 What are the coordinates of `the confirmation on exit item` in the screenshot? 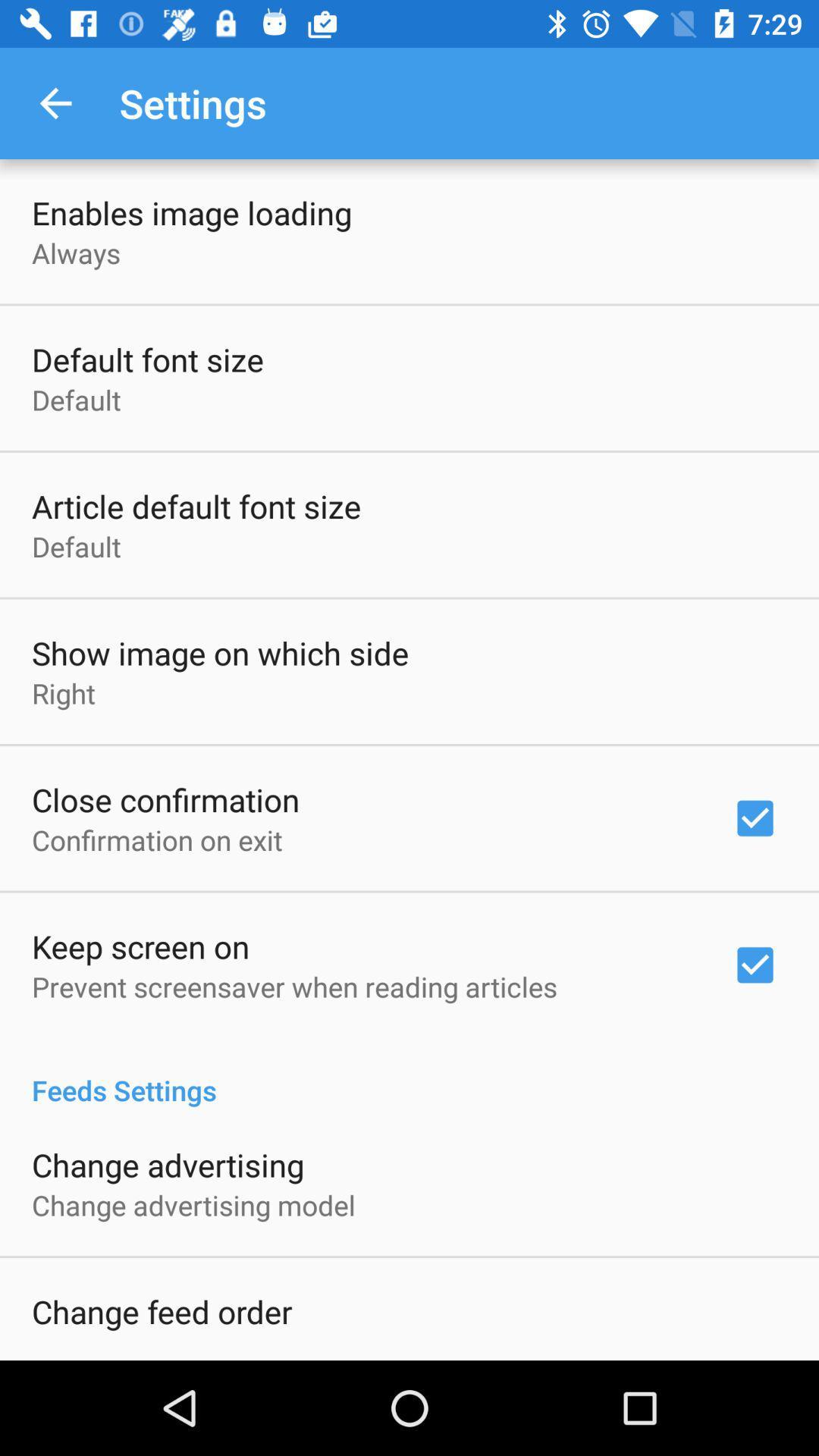 It's located at (157, 839).